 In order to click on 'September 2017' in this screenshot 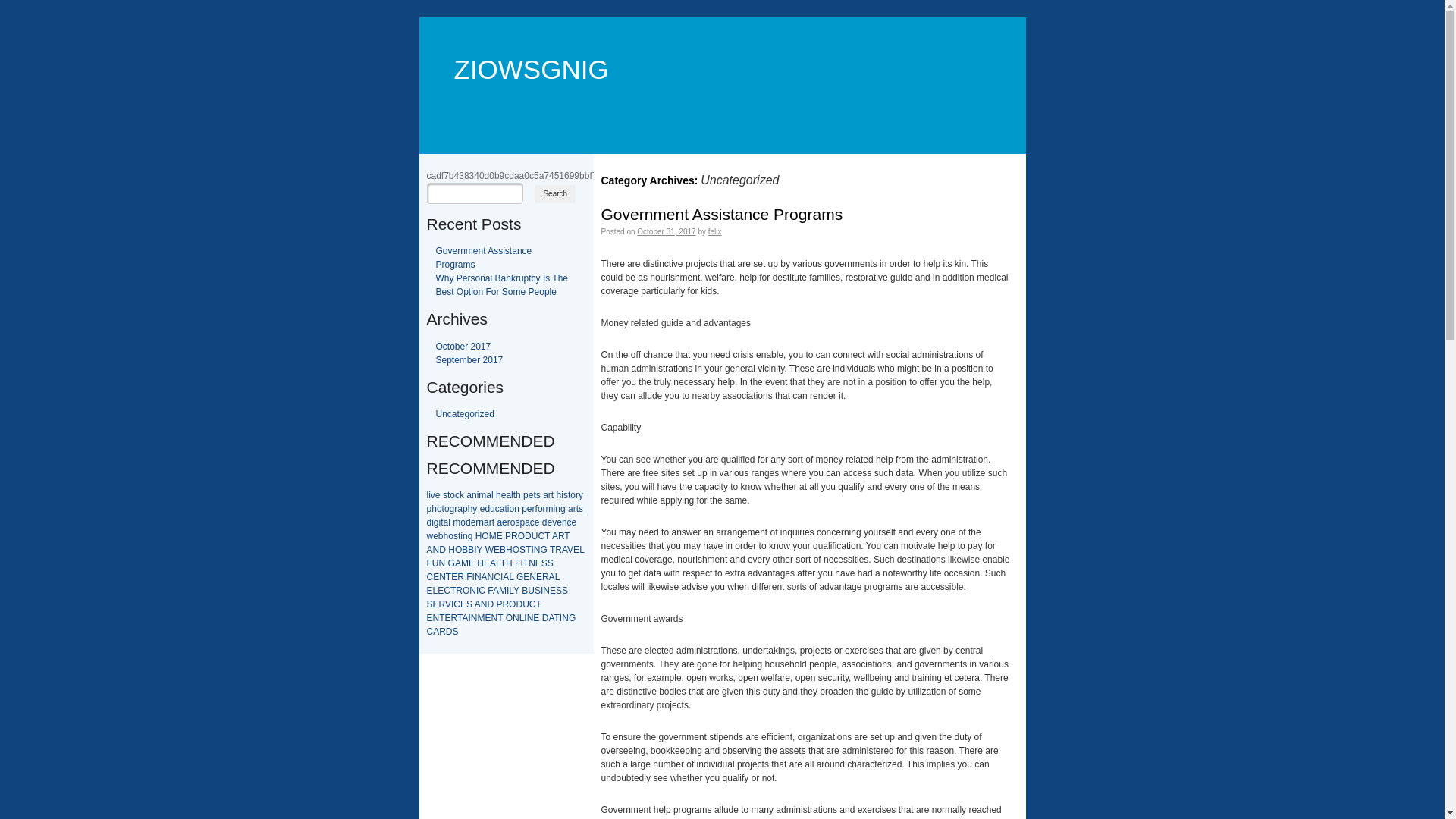, I will do `click(468, 359)`.